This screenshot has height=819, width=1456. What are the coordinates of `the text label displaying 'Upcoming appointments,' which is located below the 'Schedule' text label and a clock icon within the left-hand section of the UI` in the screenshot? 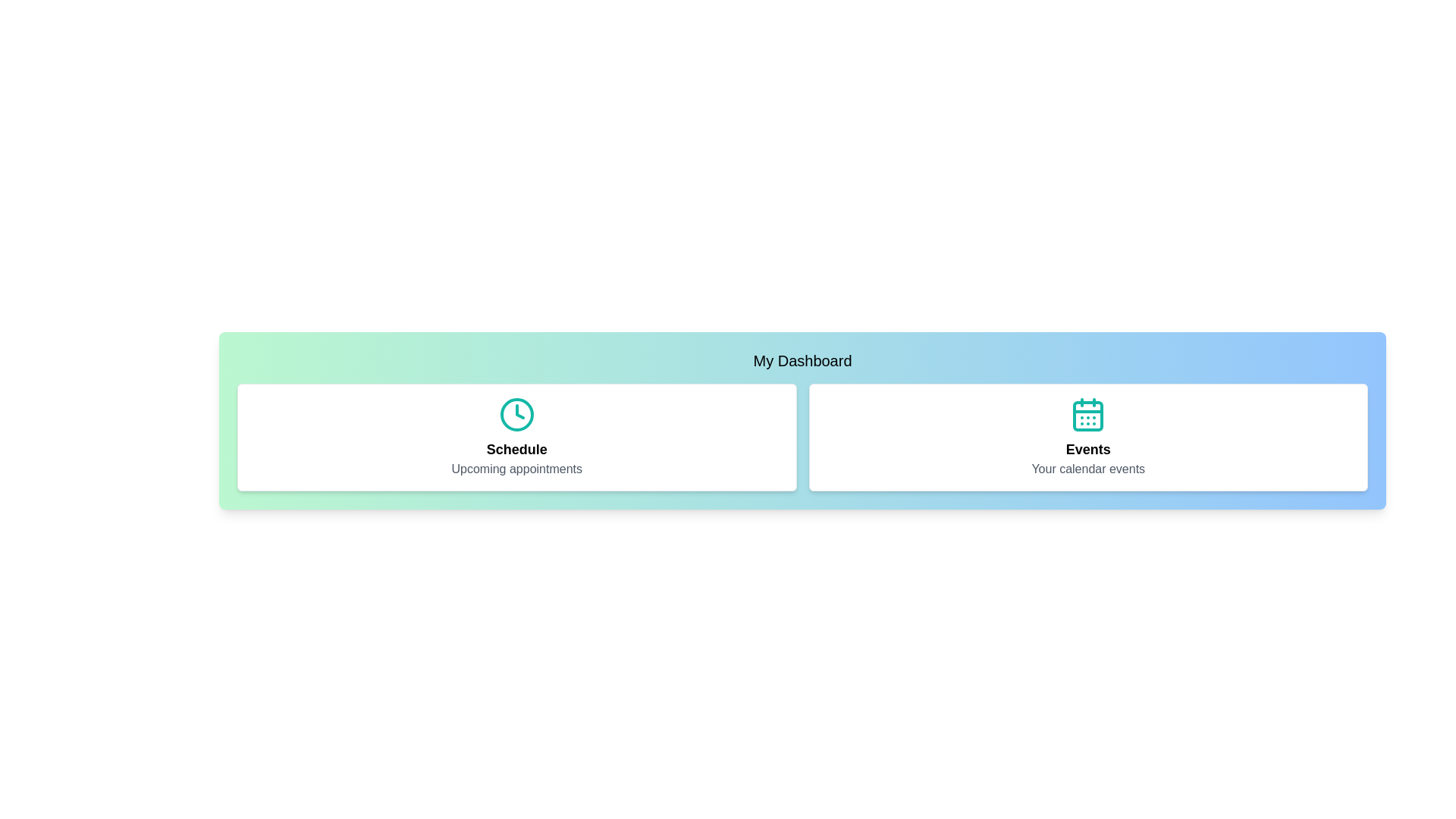 It's located at (516, 468).